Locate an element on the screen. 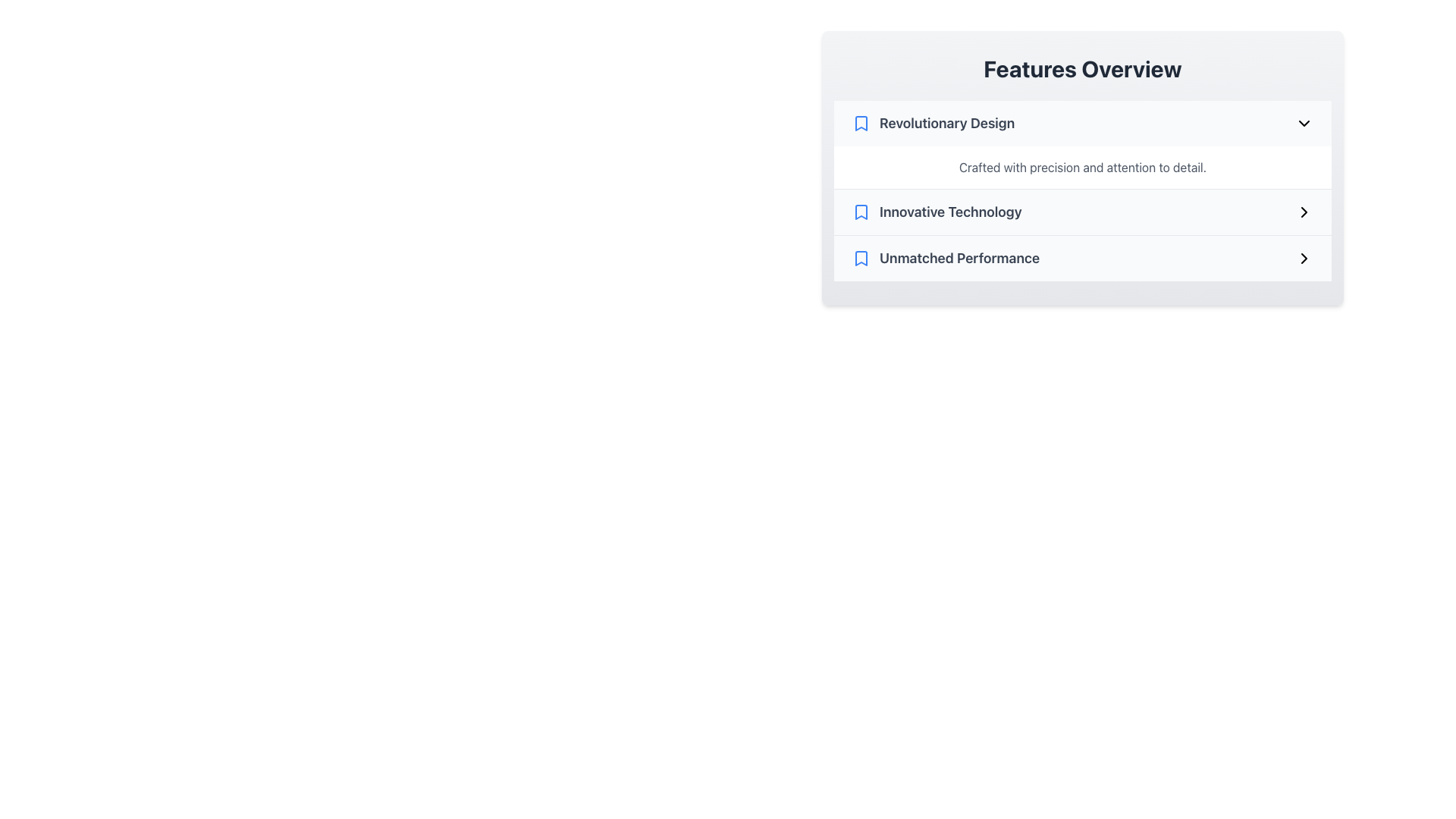  the Text label indicating the topic or feature in the 'Features Overview' section, which is the first item in the vertical list is located at coordinates (946, 122).